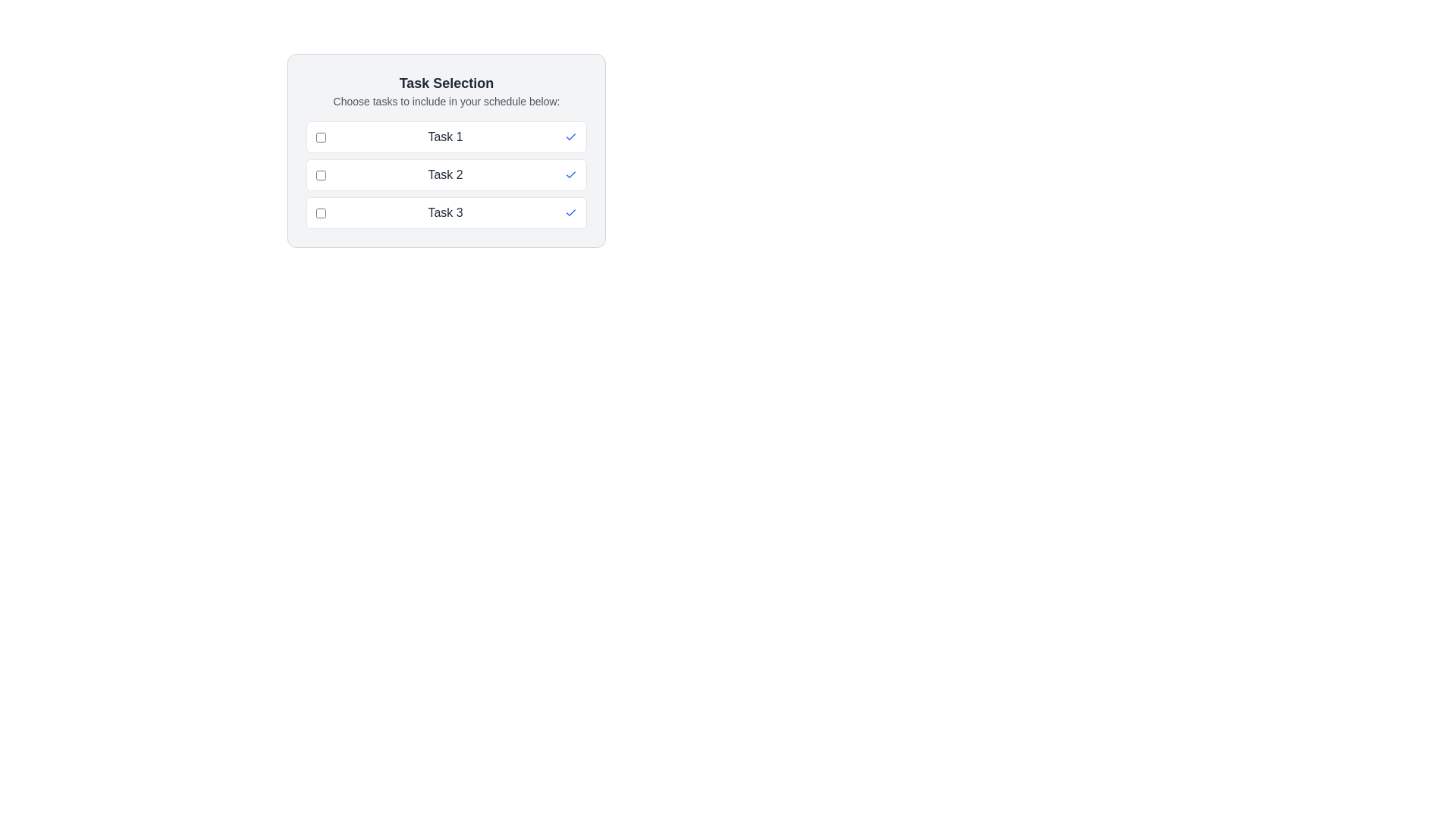 The width and height of the screenshot is (1456, 819). Describe the element at coordinates (320, 137) in the screenshot. I see `the checkbox for 'Task 1'` at that location.